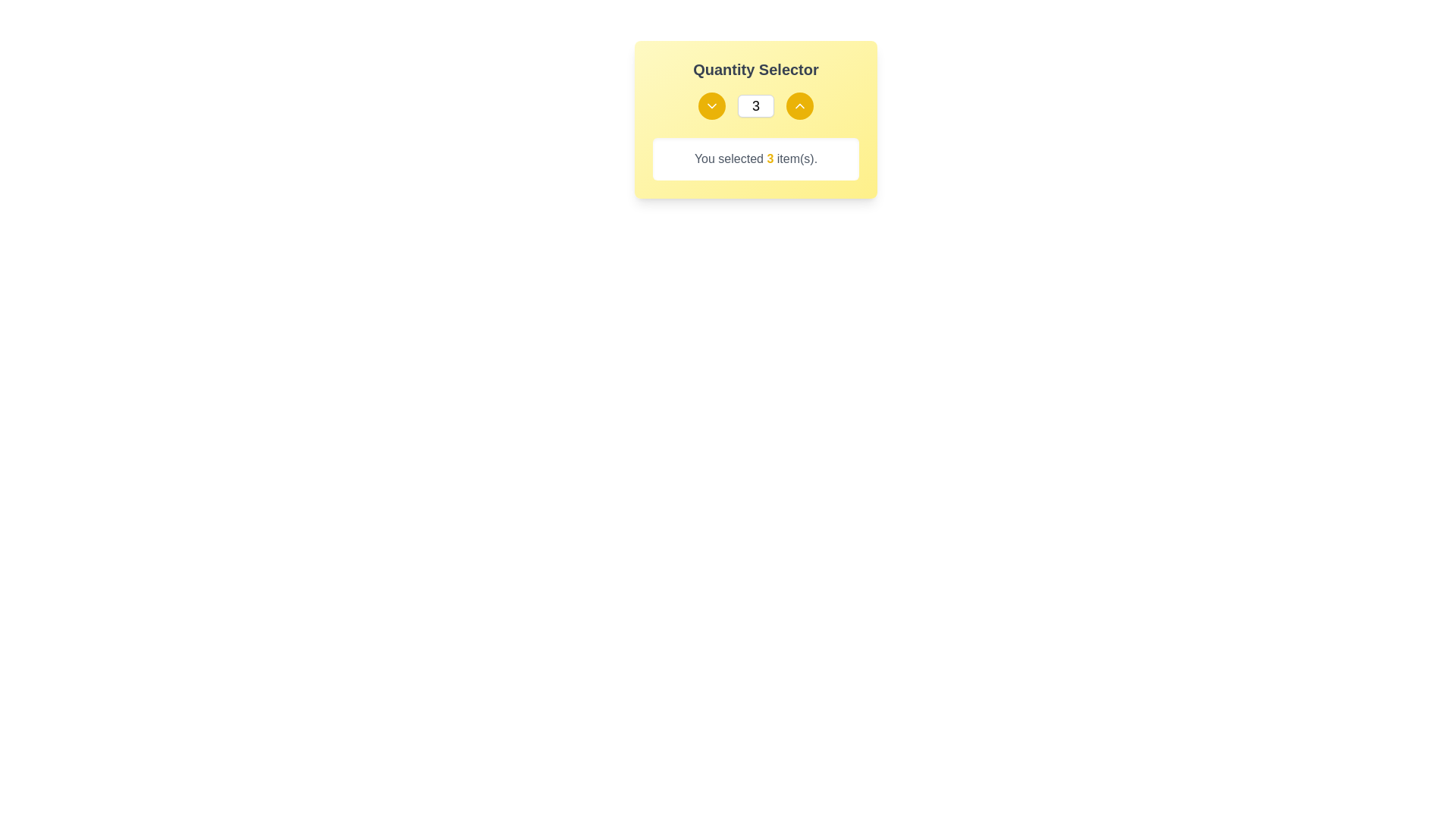 The height and width of the screenshot is (819, 1456). What do you see at coordinates (756, 105) in the screenshot?
I see `the Numeric Input Field displaying the number '3' to focus on it` at bounding box center [756, 105].